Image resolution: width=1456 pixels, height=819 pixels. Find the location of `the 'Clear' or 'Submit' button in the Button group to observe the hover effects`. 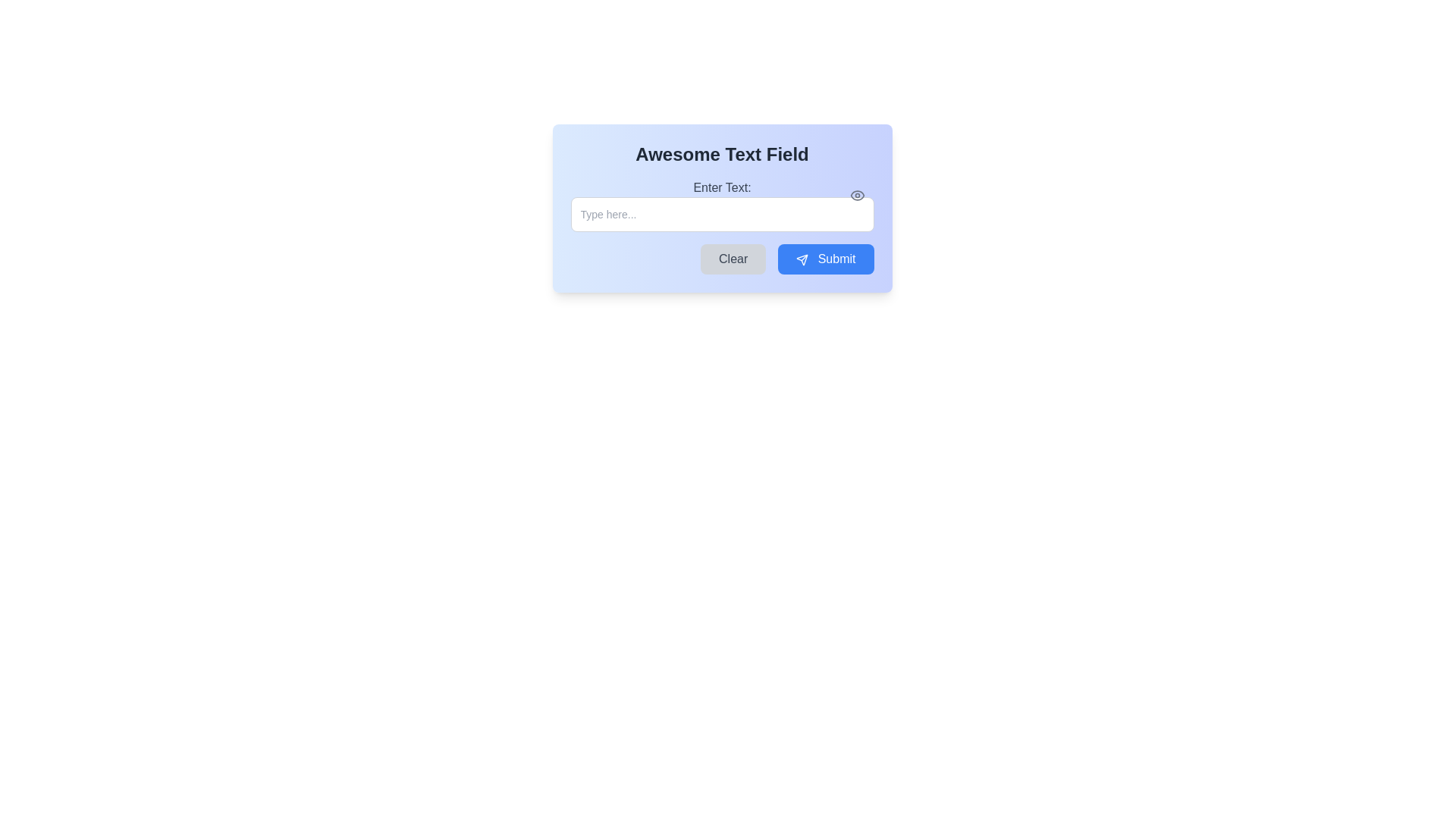

the 'Clear' or 'Submit' button in the Button group to observe the hover effects is located at coordinates (721, 259).